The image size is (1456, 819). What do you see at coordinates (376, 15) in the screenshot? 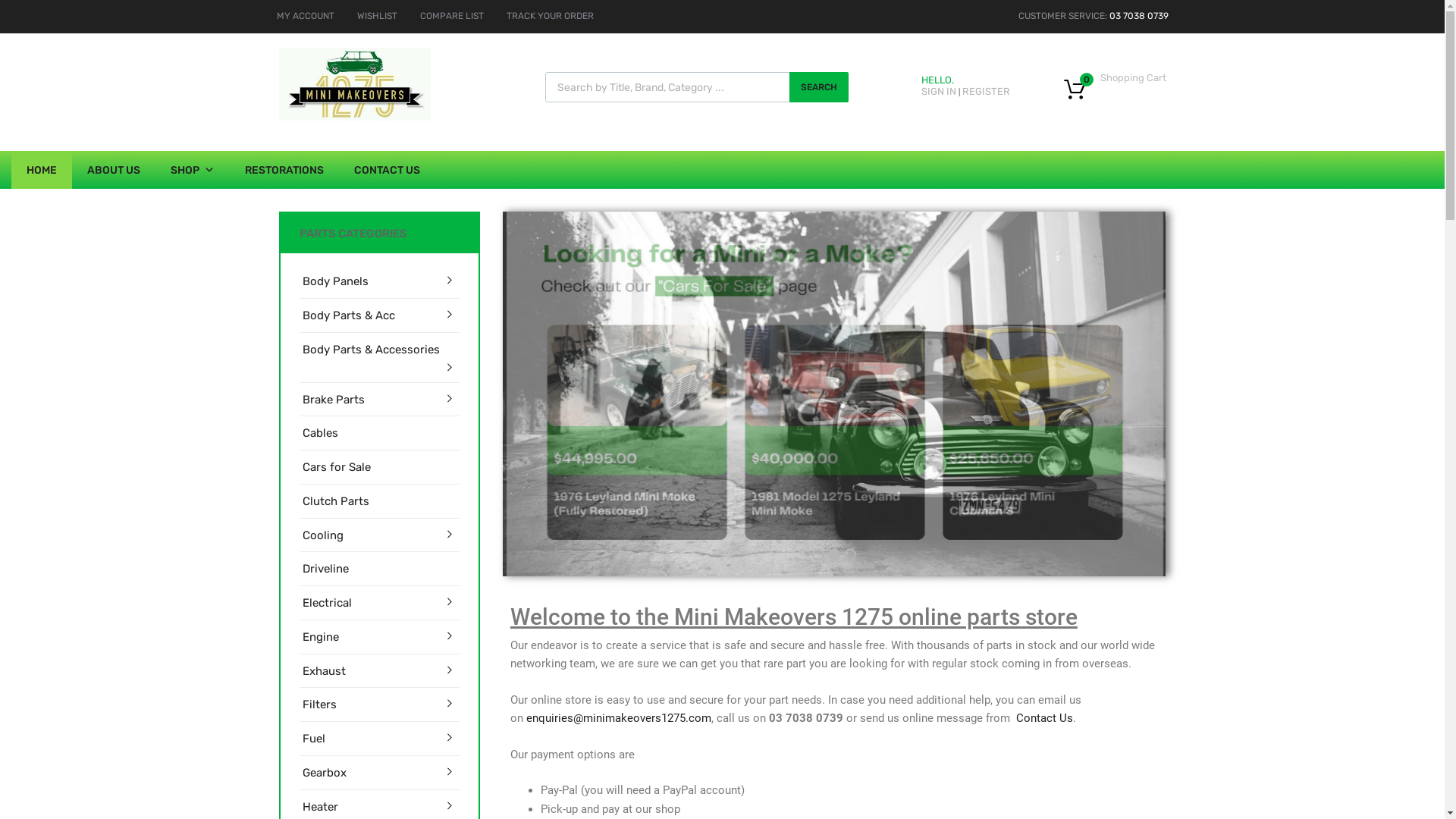
I see `'WISHLIST'` at bounding box center [376, 15].